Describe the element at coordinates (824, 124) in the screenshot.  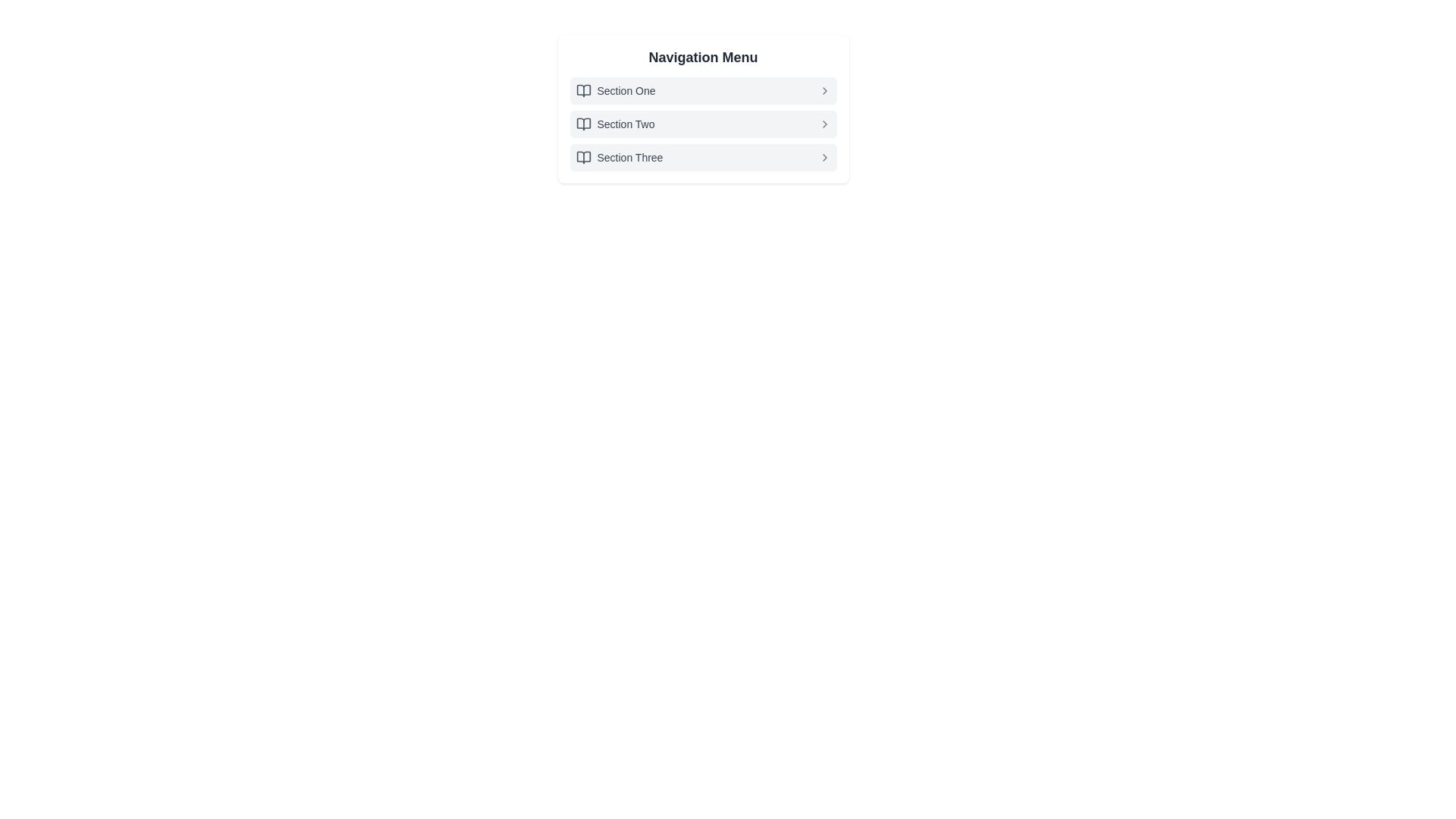
I see `the small gray chevron icon pointing to the right, located at the end of the 'Section Two' menu item in the navigation menu` at that location.